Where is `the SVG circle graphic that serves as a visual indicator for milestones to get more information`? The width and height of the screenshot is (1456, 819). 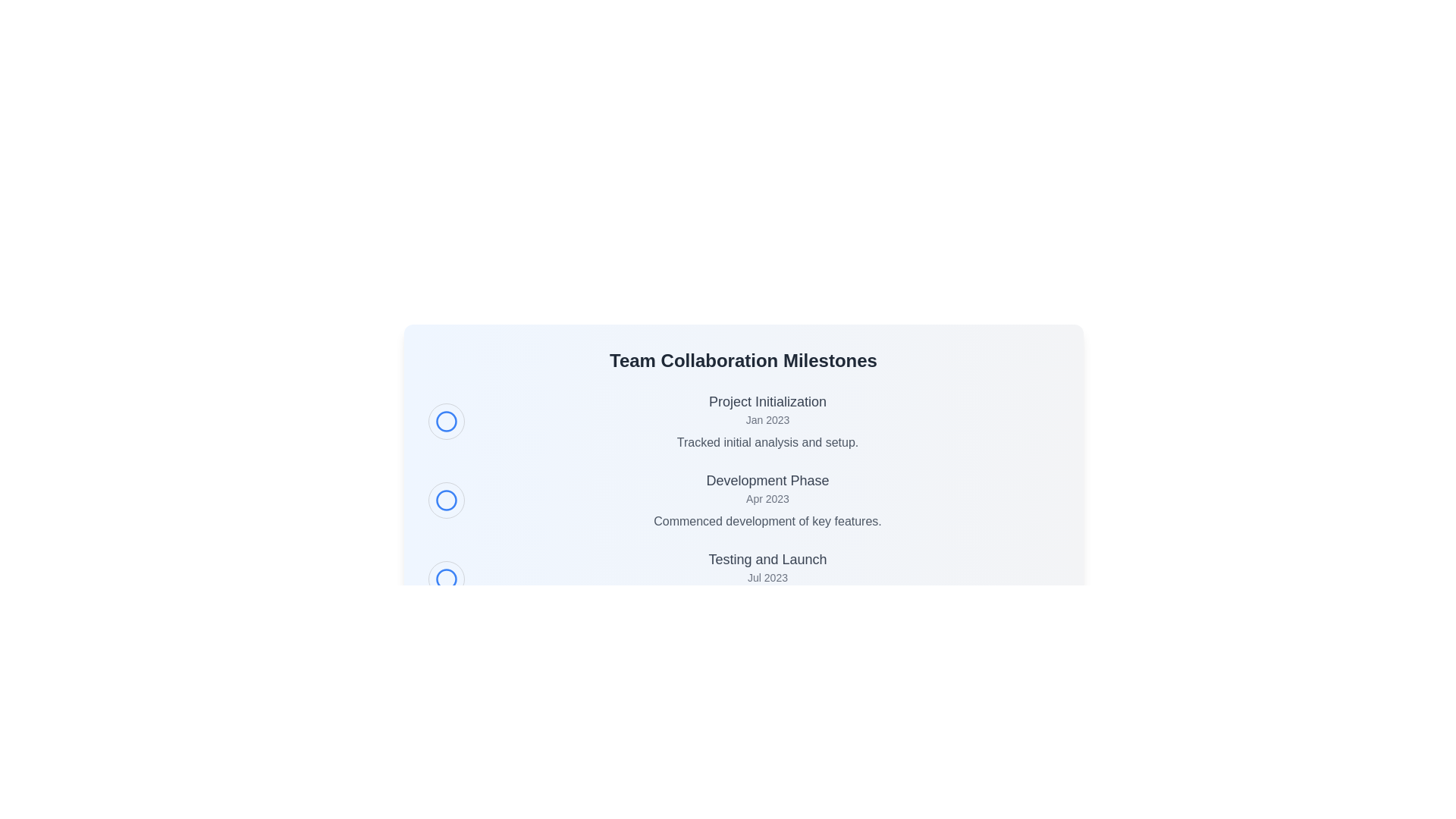 the SVG circle graphic that serves as a visual indicator for milestones to get more information is located at coordinates (445, 579).